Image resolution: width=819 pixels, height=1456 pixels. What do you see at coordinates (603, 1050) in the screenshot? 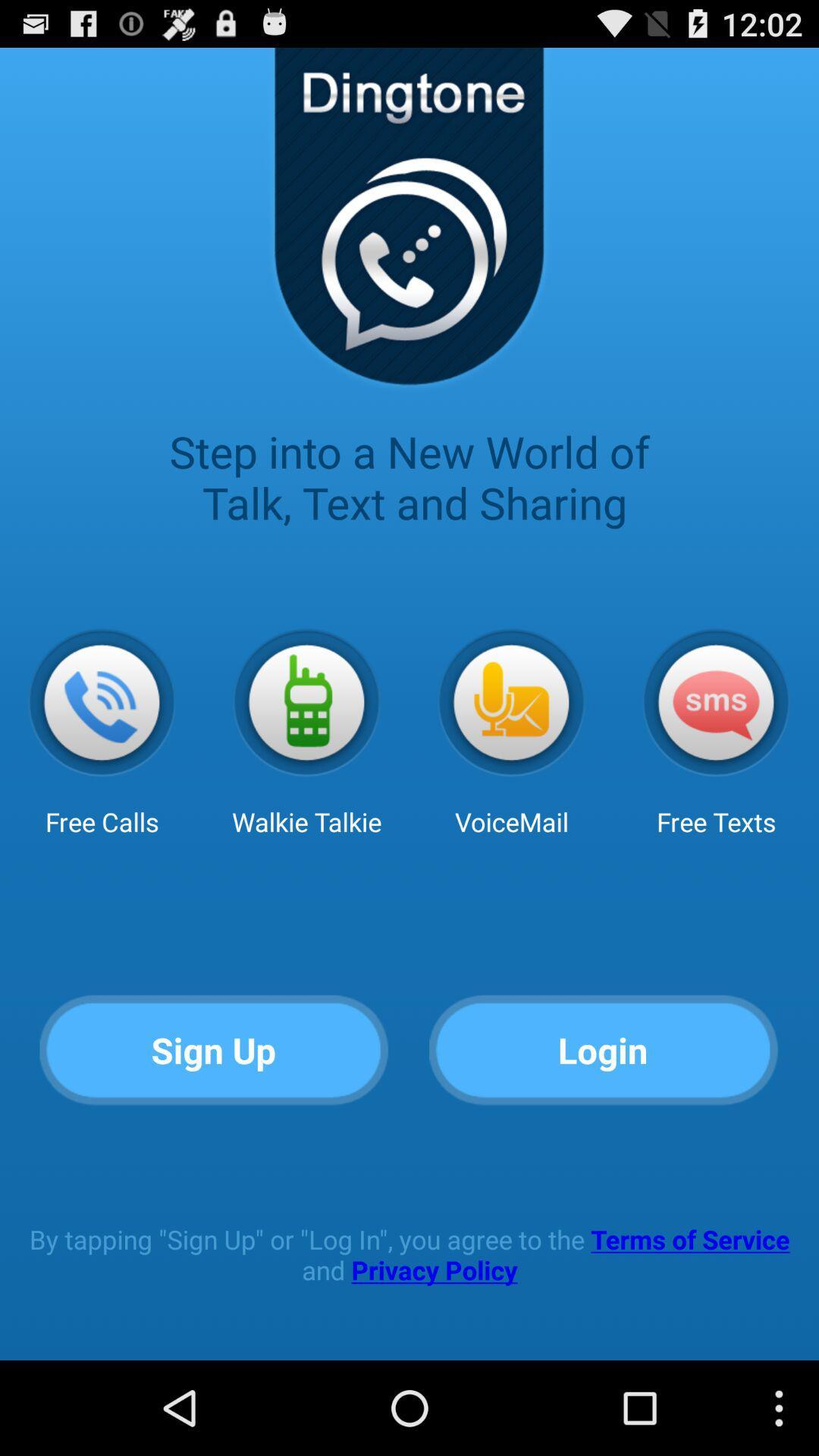
I see `the button next to the sign up button` at bounding box center [603, 1050].